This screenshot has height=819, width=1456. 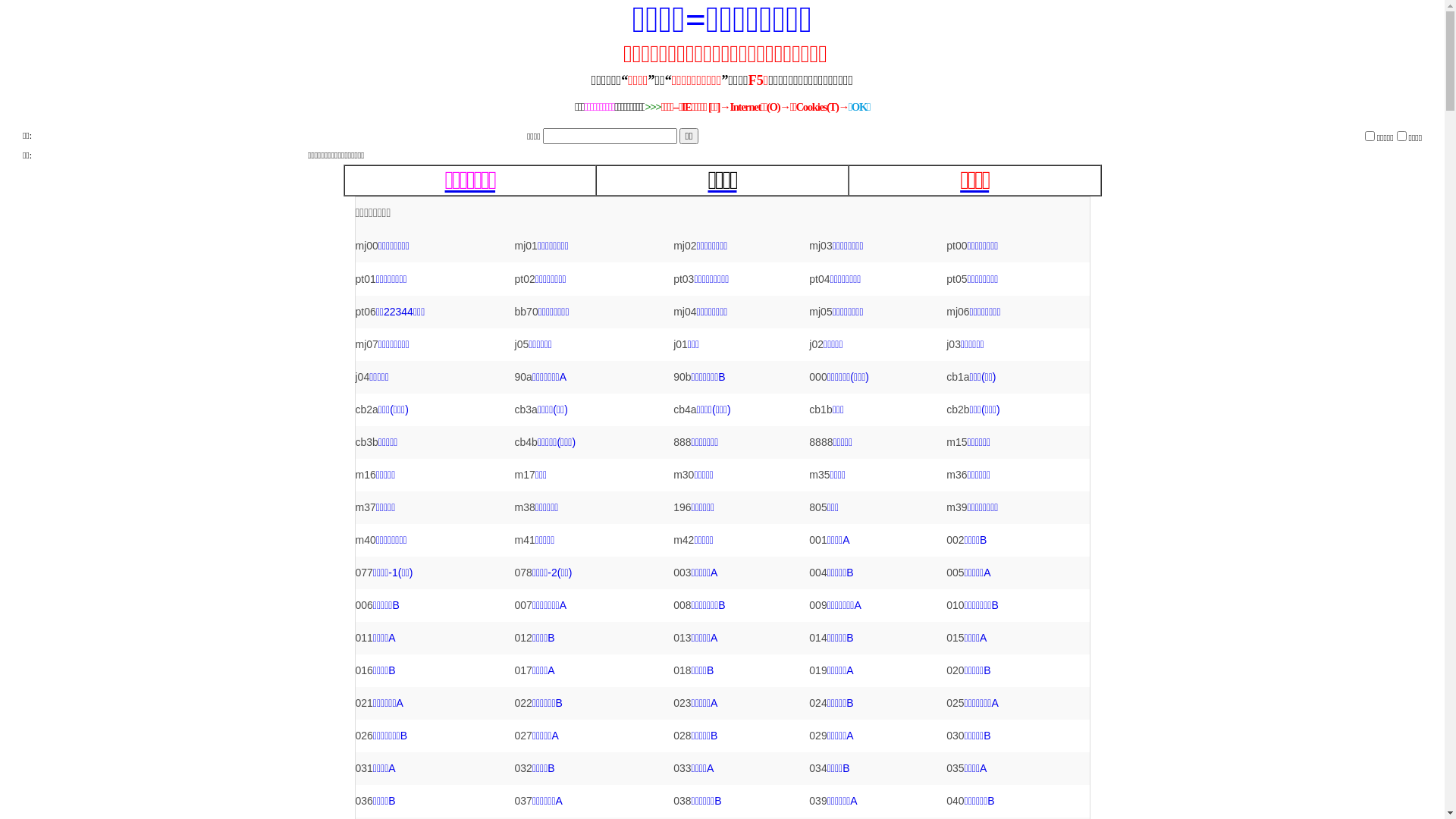 I want to click on 'cb4b', so click(x=526, y=441).